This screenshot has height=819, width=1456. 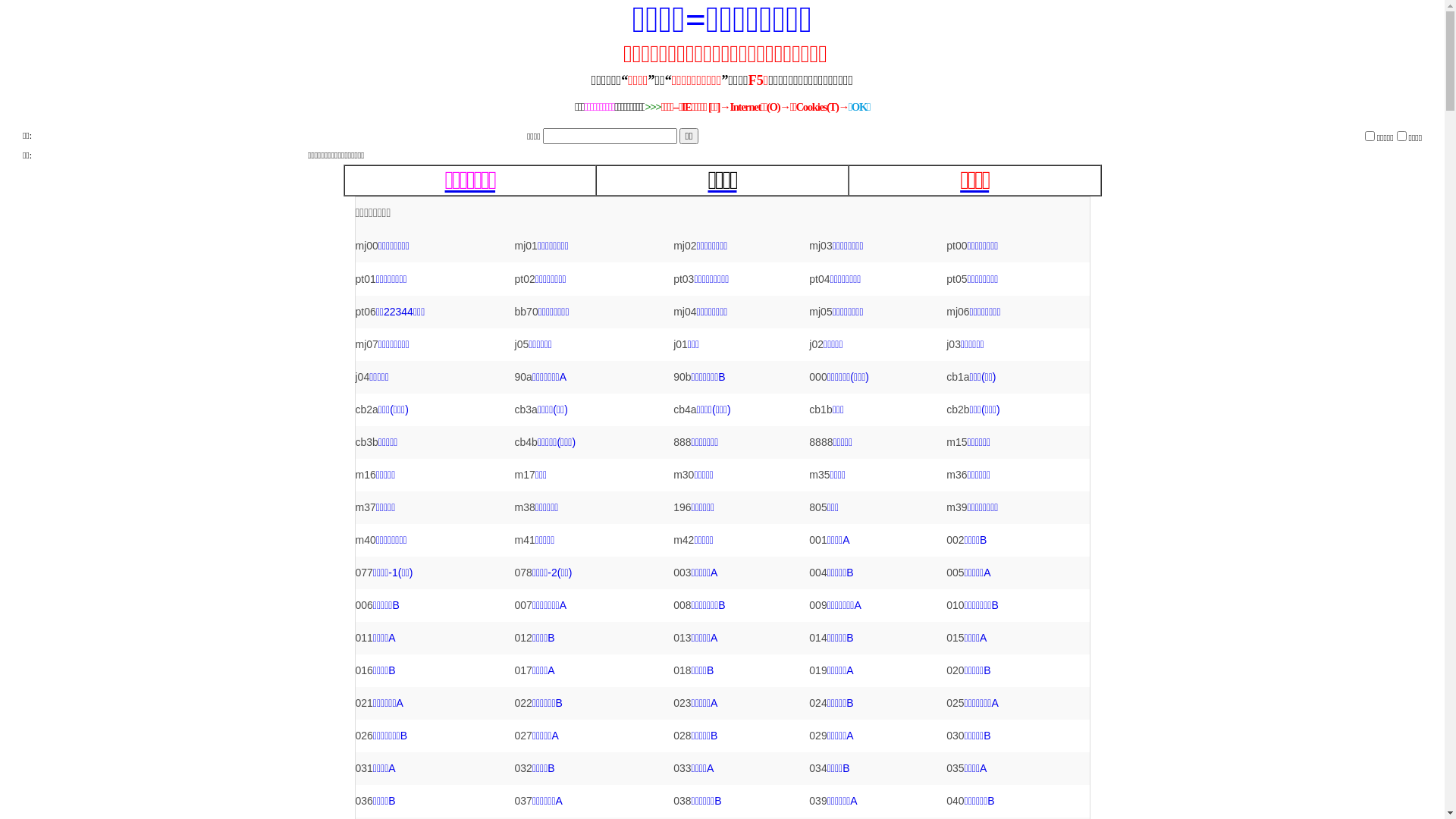 I want to click on 'cb4b', so click(x=526, y=441).